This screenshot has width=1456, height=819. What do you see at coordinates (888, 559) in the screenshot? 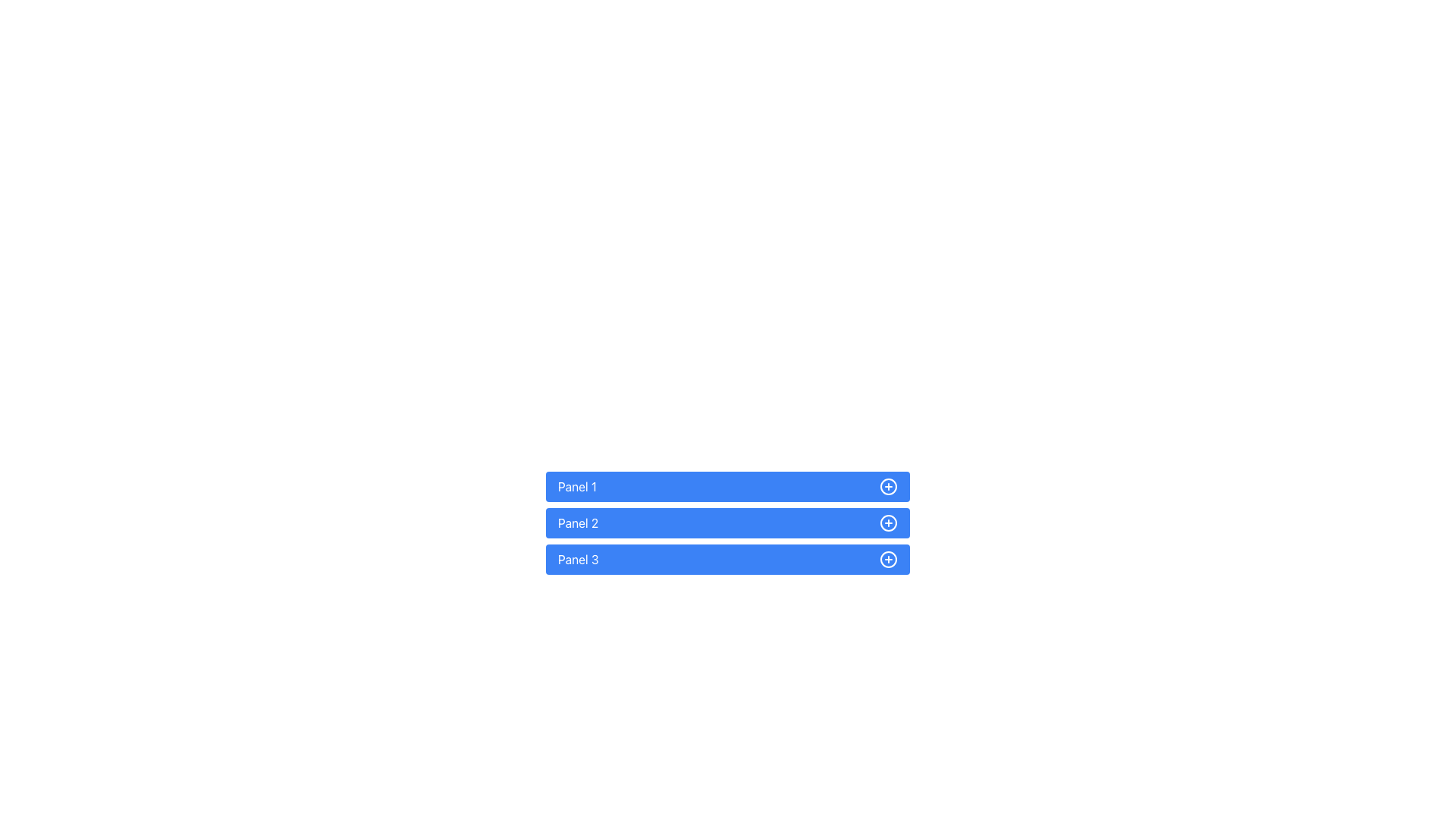
I see `the circular '+' icon on the right end of the blue button labeled 'Panel 3'` at bounding box center [888, 559].